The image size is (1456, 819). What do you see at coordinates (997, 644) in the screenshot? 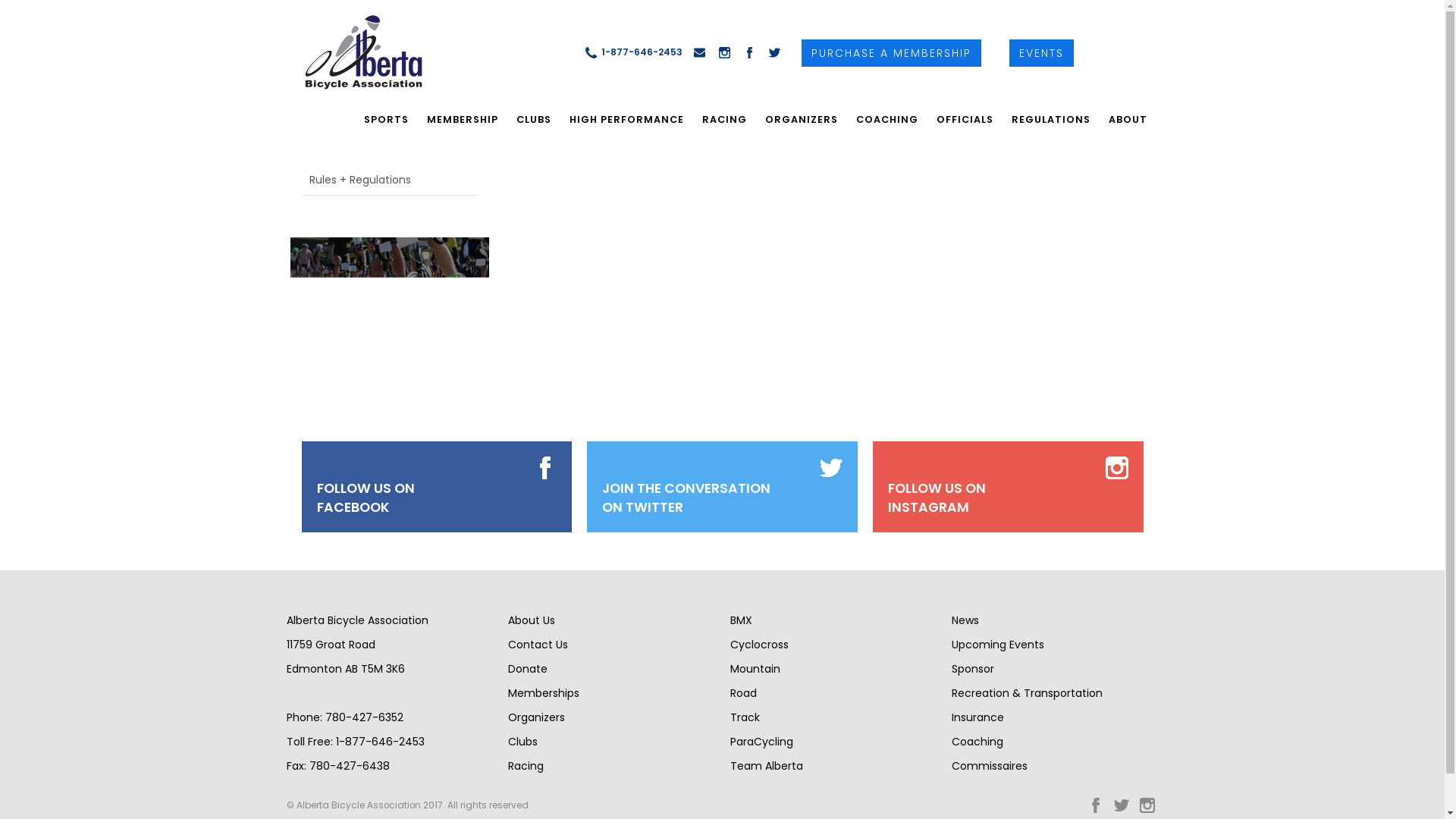
I see `'Upcoming Events'` at bounding box center [997, 644].